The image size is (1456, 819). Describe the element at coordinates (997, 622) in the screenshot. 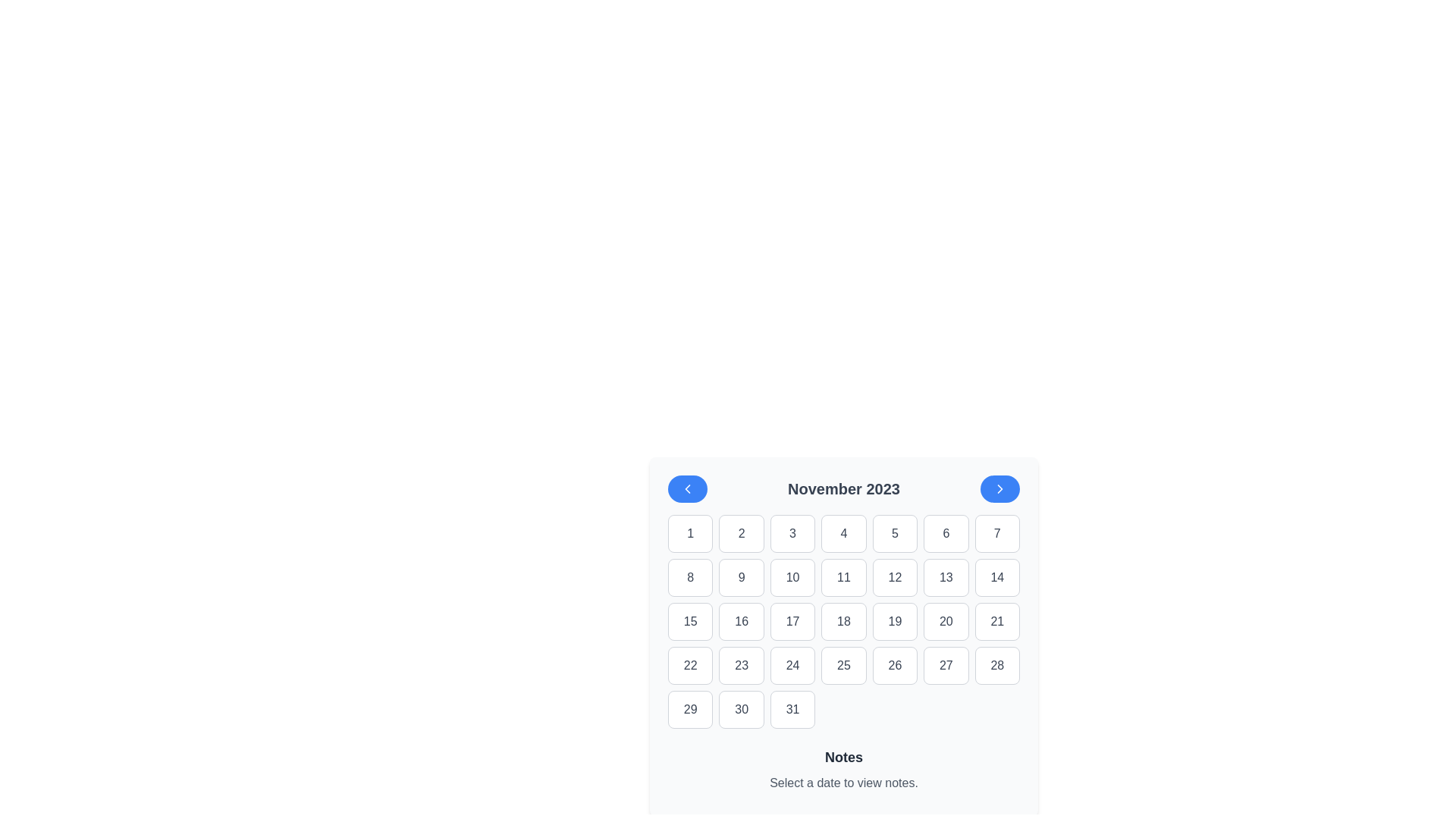

I see `the square button with the number '21' centered in dark gray font in the calendar grid for November 2023` at that location.